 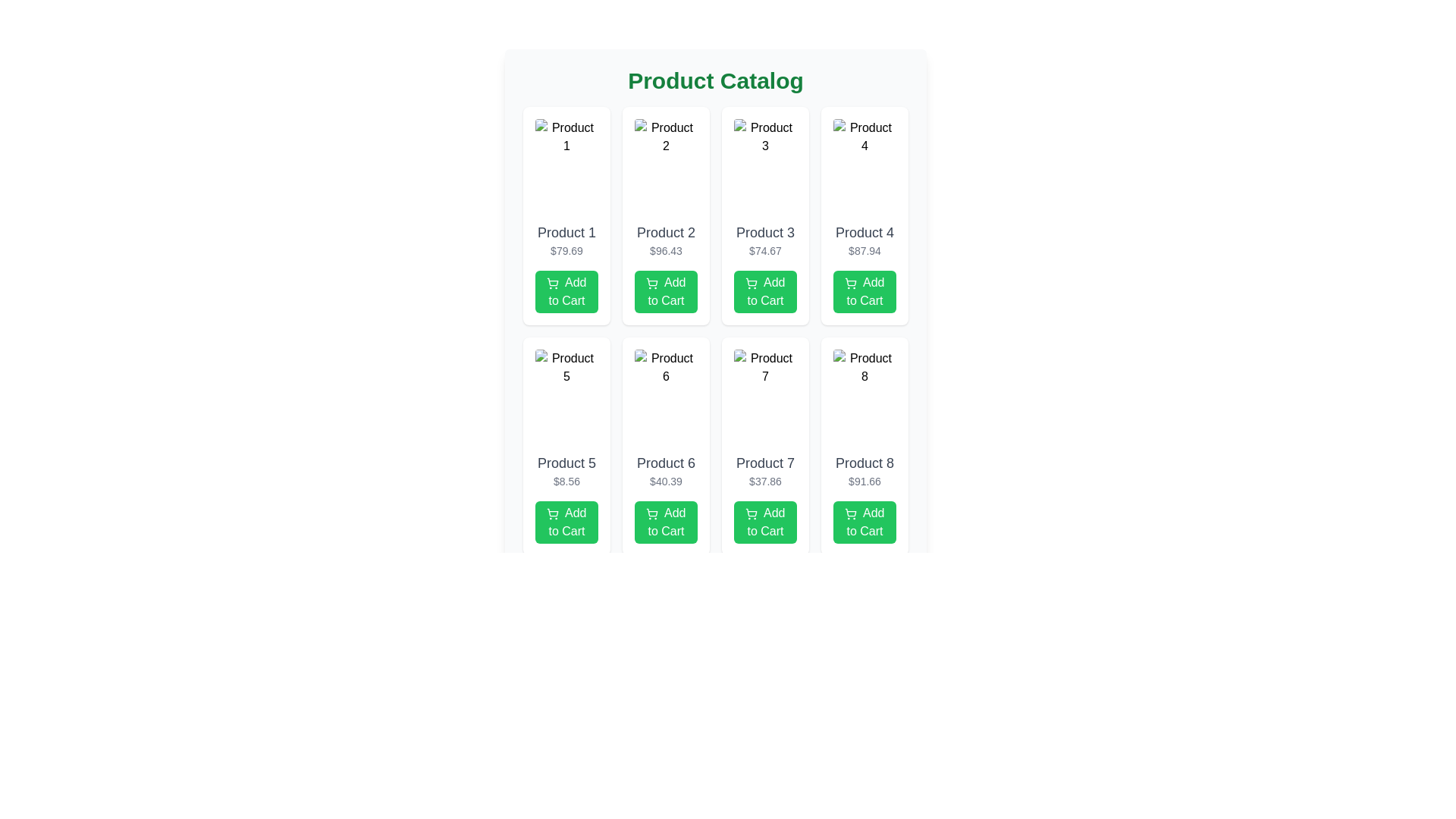 I want to click on the 'Add to Cart' button located in the second product card of the grid, which features the icon indicating the function, so click(x=652, y=281).